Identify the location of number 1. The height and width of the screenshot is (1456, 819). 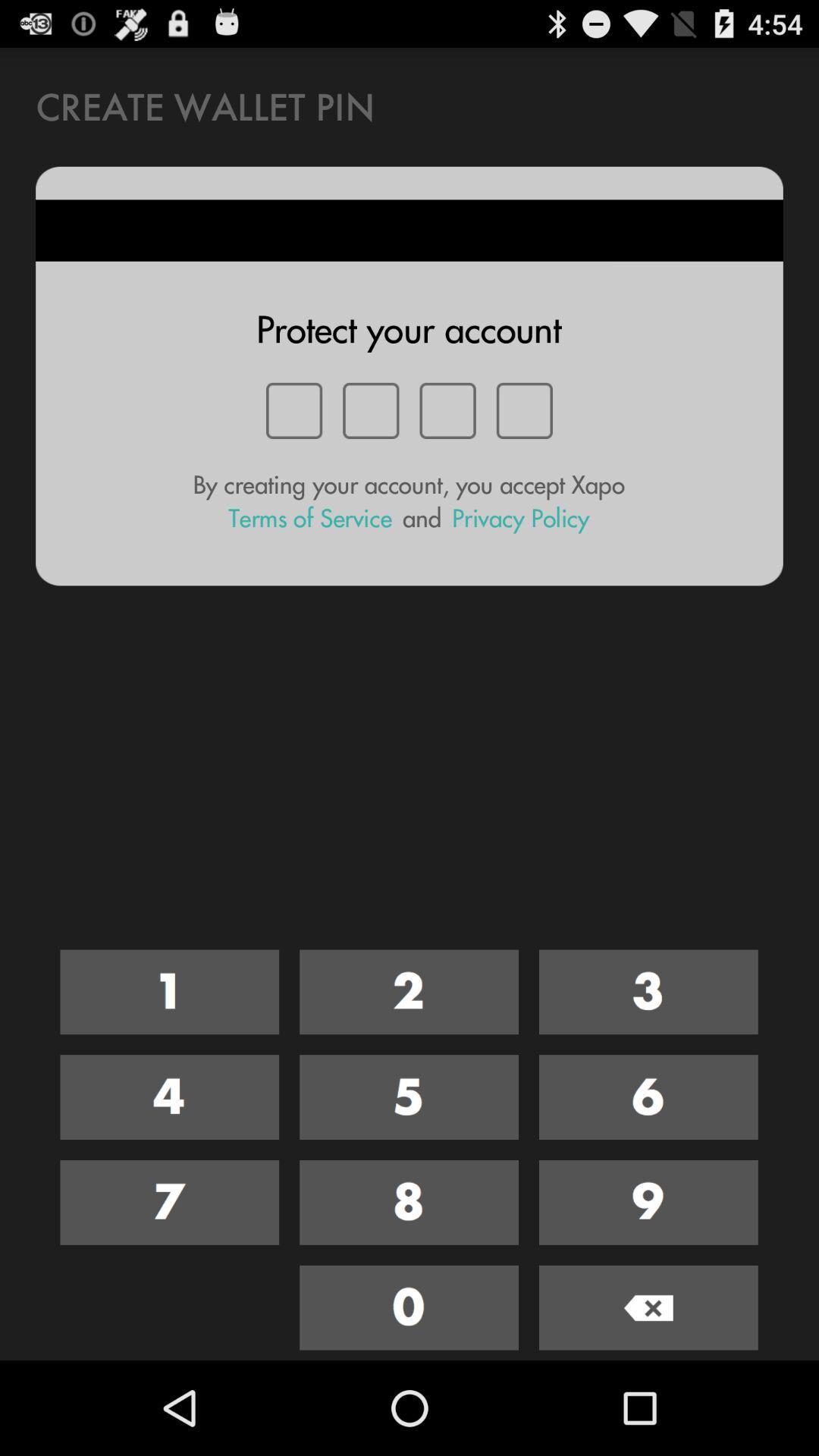
(169, 992).